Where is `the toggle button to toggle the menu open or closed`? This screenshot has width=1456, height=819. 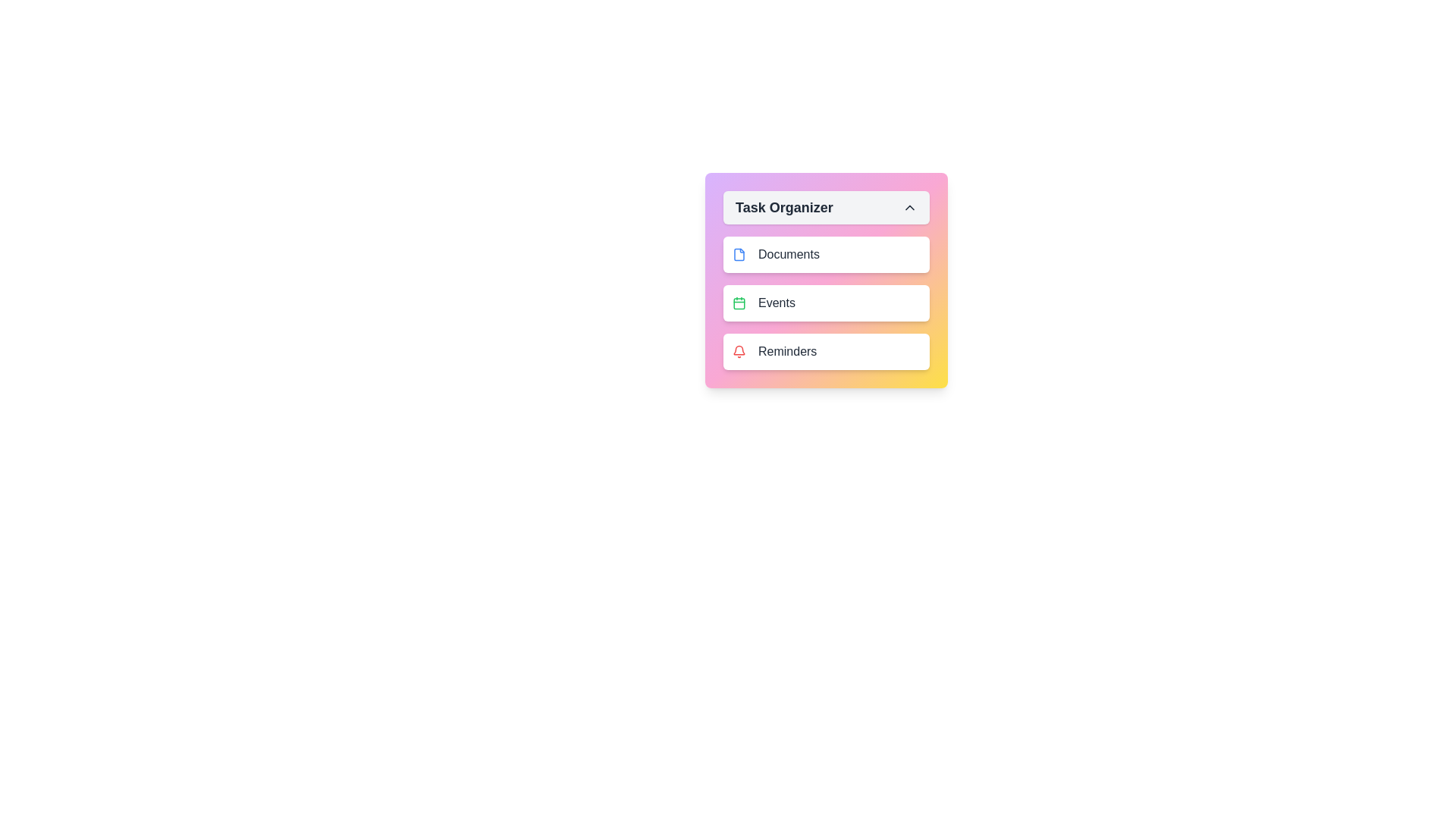
the toggle button to toggle the menu open or closed is located at coordinates (825, 207).